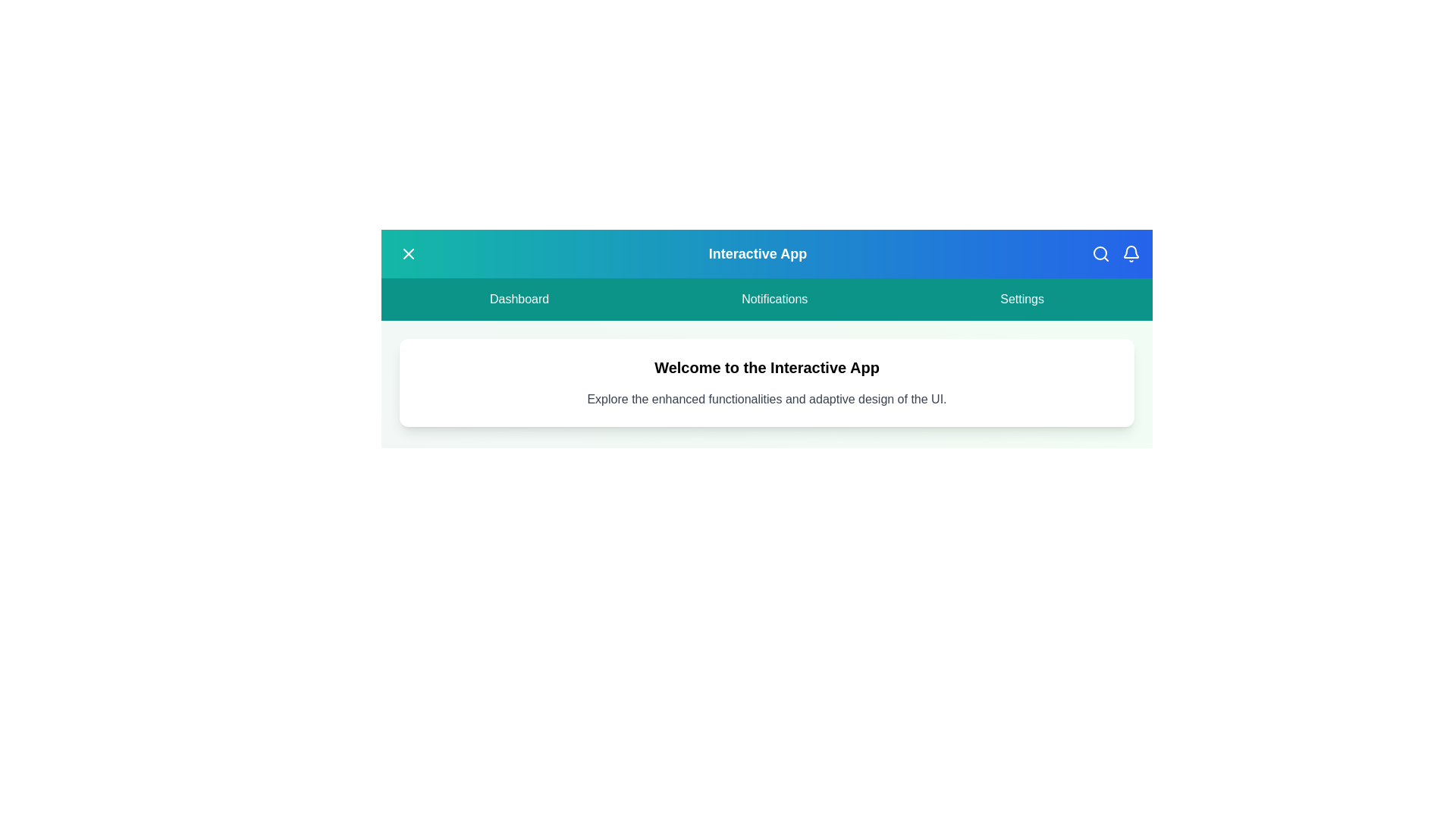 The image size is (1456, 819). What do you see at coordinates (519, 299) in the screenshot?
I see `the 'Dashboard' link in the navigation bar` at bounding box center [519, 299].